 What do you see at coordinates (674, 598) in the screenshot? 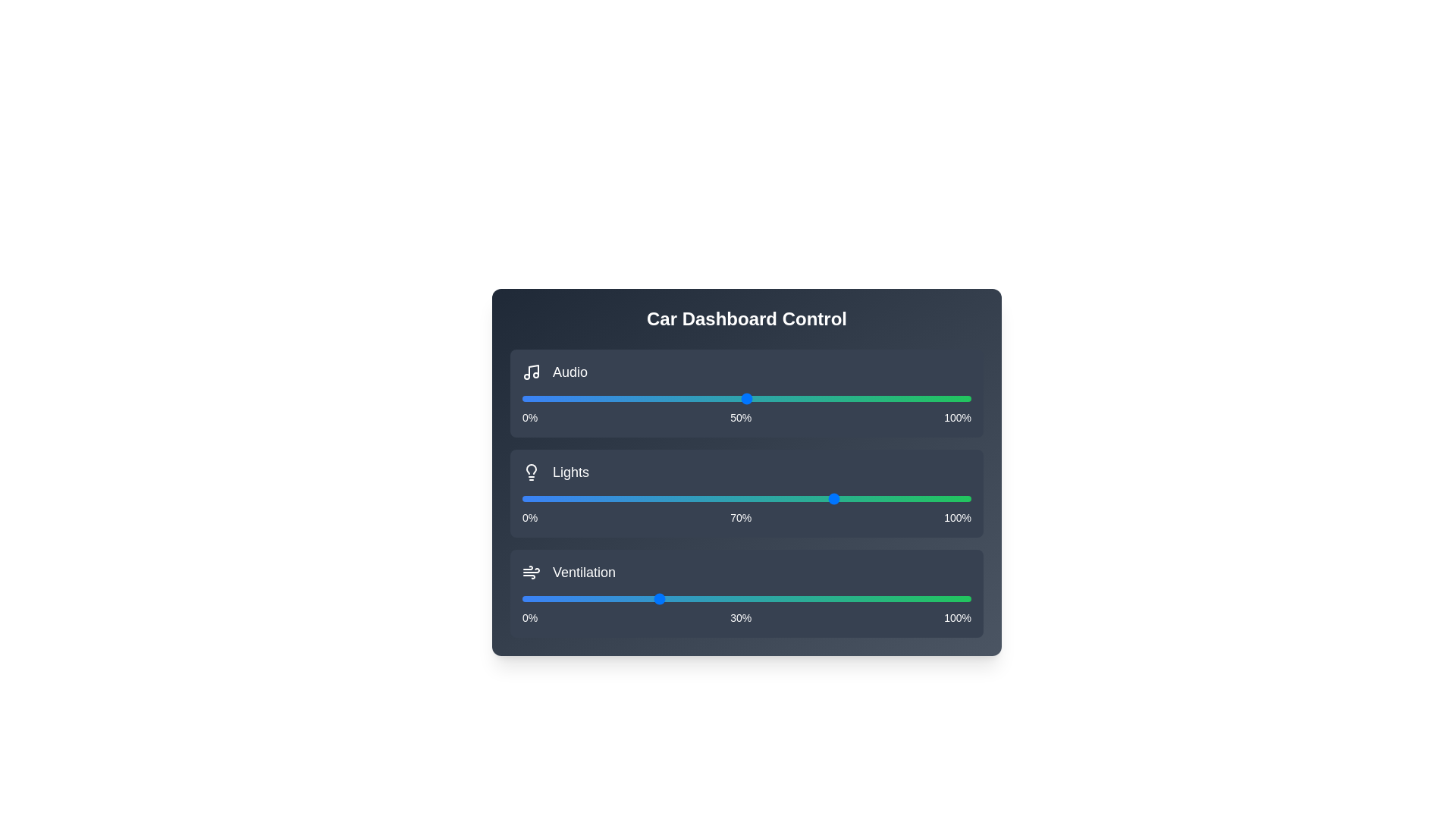
I see `the ventilation slider to 34%` at bounding box center [674, 598].